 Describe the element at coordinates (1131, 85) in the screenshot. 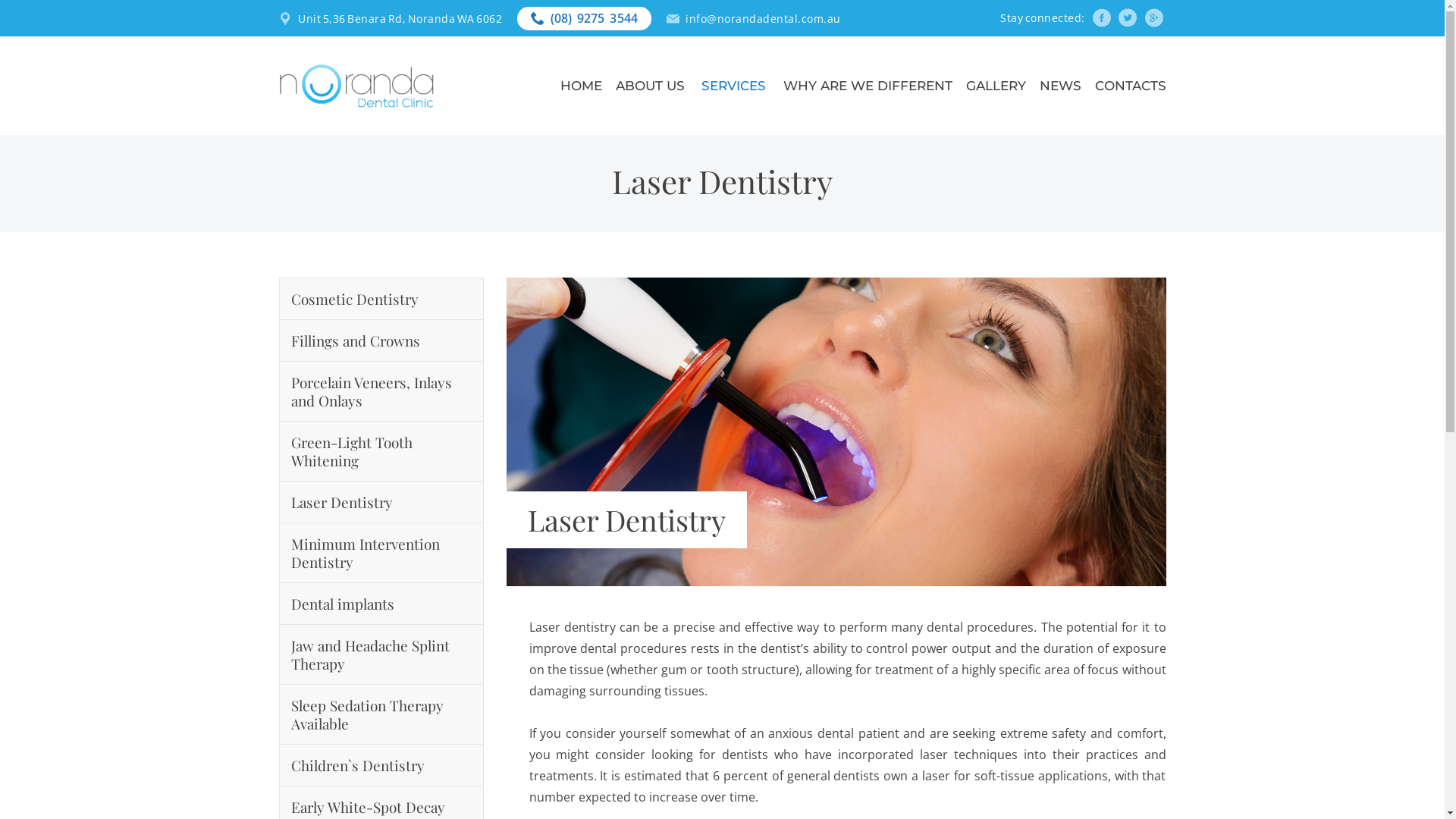

I see `'CONTACTS'` at that location.